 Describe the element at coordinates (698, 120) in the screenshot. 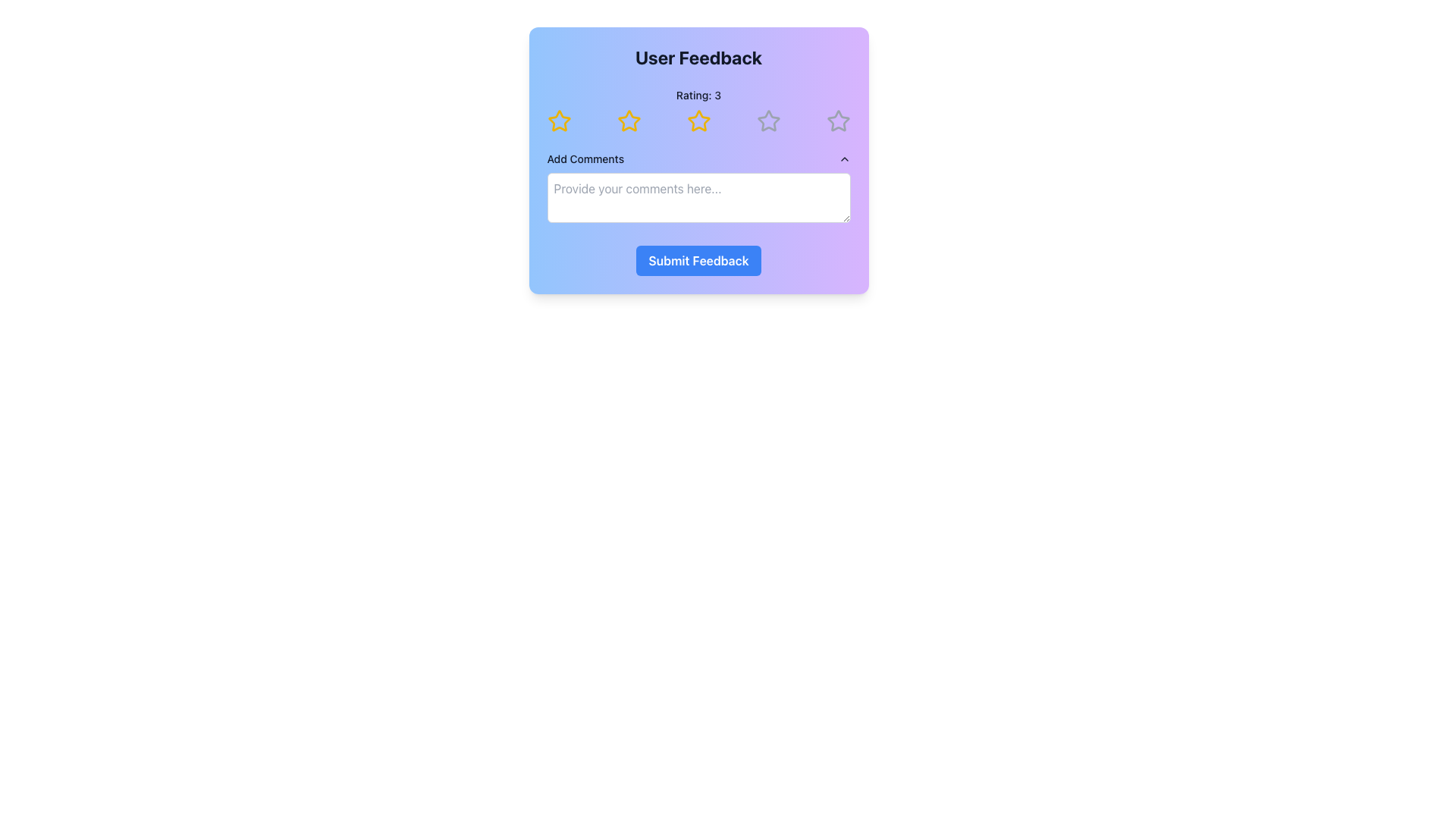

I see `the third star icon in the 5-star rating system, which allows the user to select a rating of 3 out of 5` at that location.